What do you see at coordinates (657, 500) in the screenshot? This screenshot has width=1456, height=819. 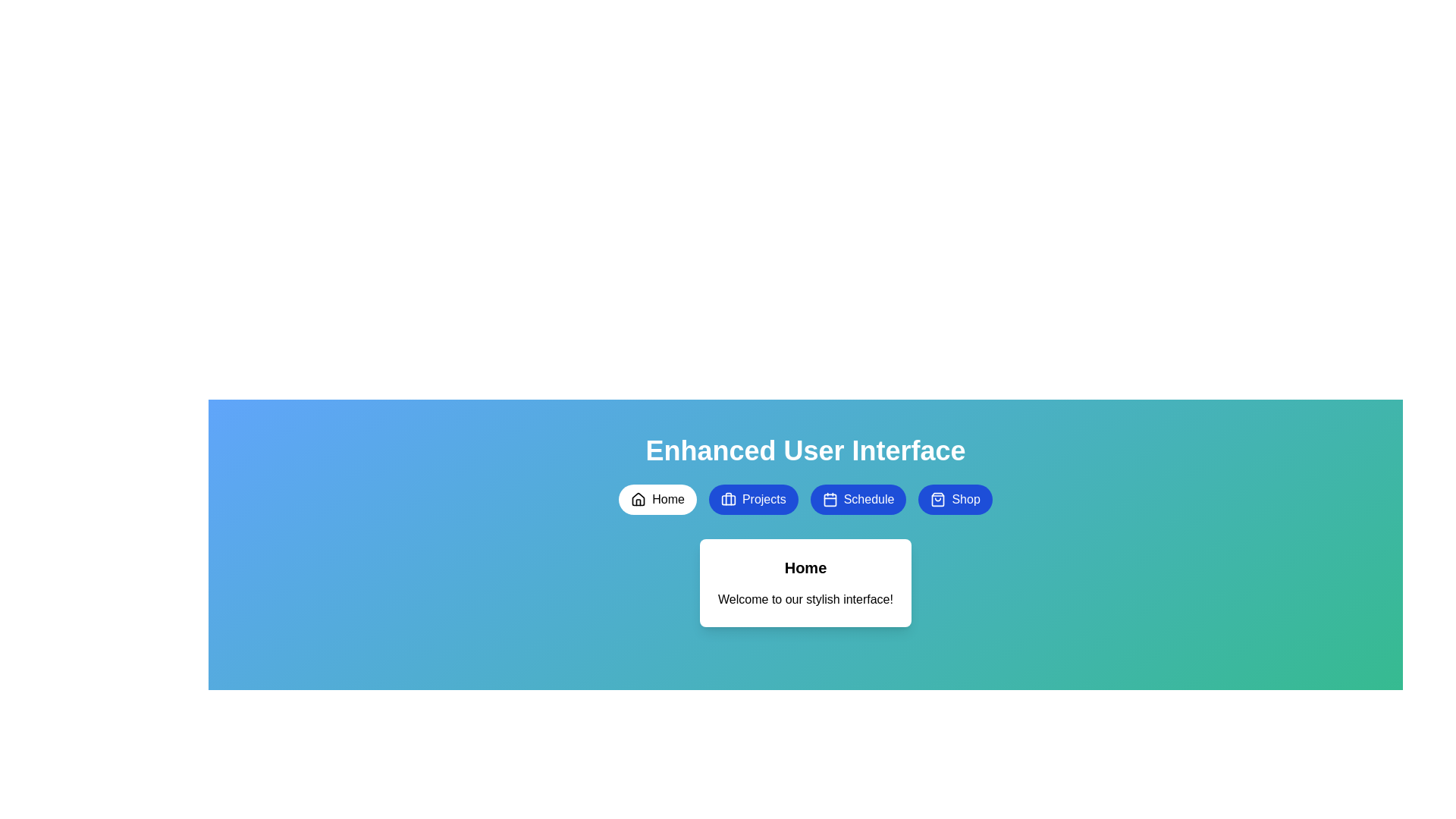 I see `the button labeled Home to observe the hover effect` at bounding box center [657, 500].